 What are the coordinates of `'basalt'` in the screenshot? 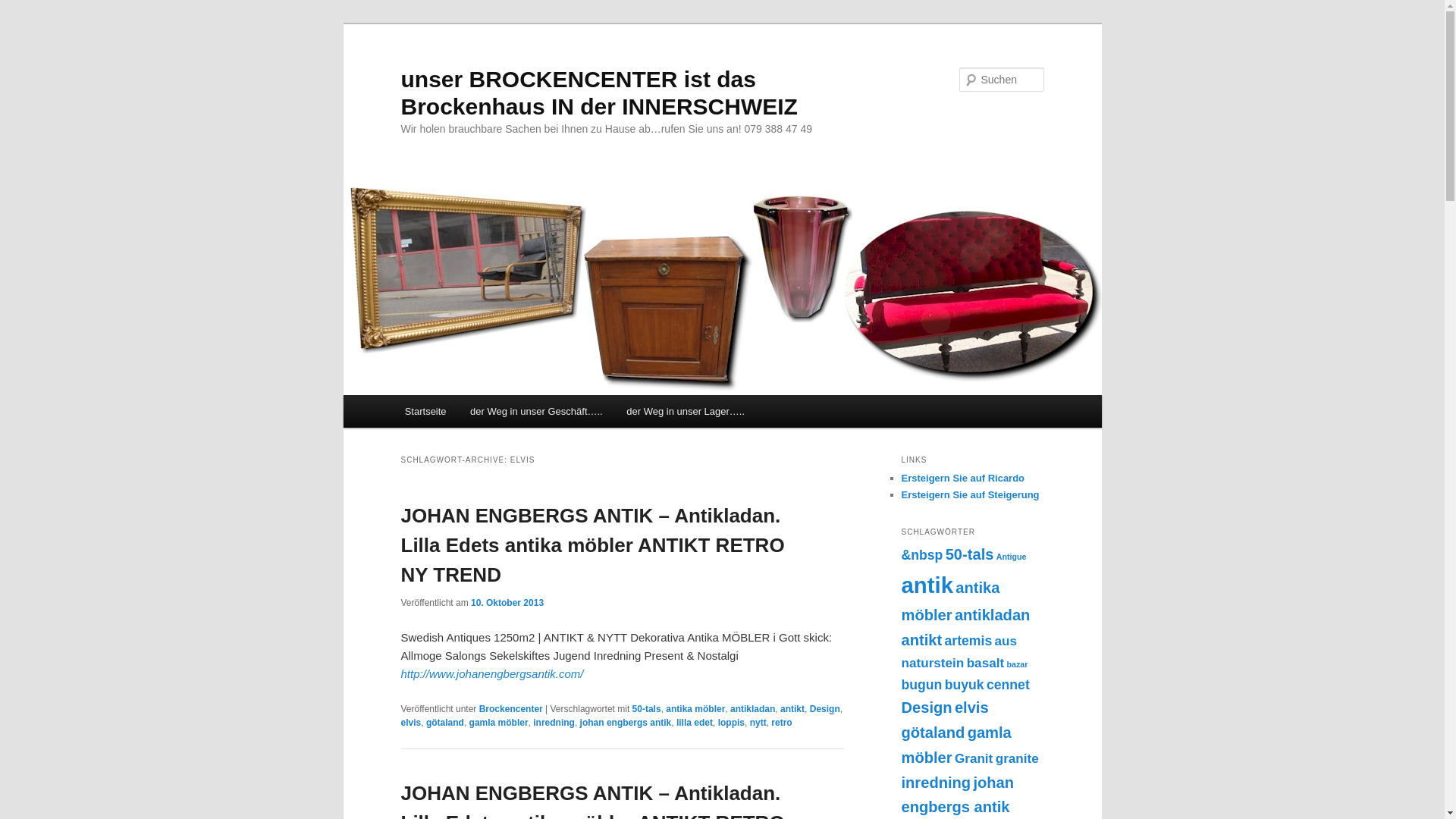 It's located at (986, 662).